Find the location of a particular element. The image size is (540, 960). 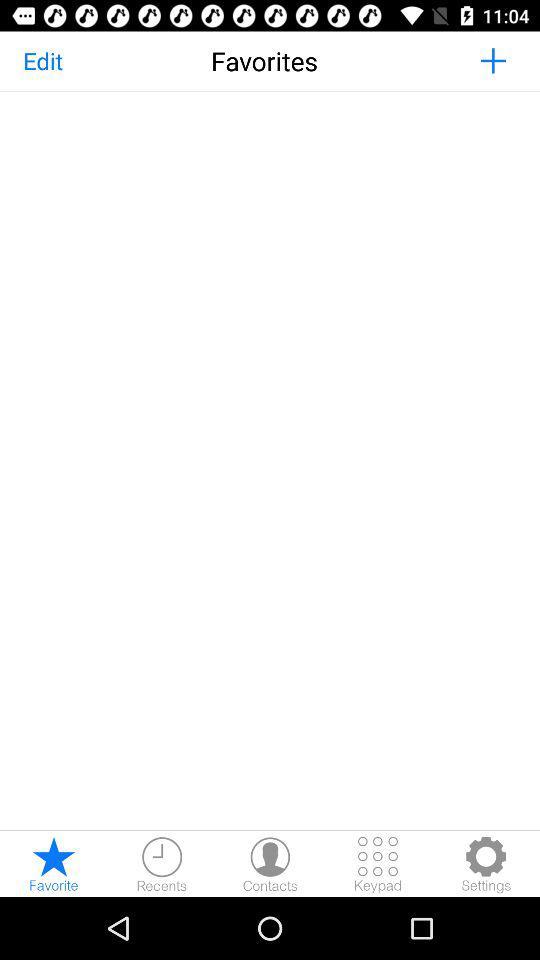

recents is located at coordinates (161, 863).